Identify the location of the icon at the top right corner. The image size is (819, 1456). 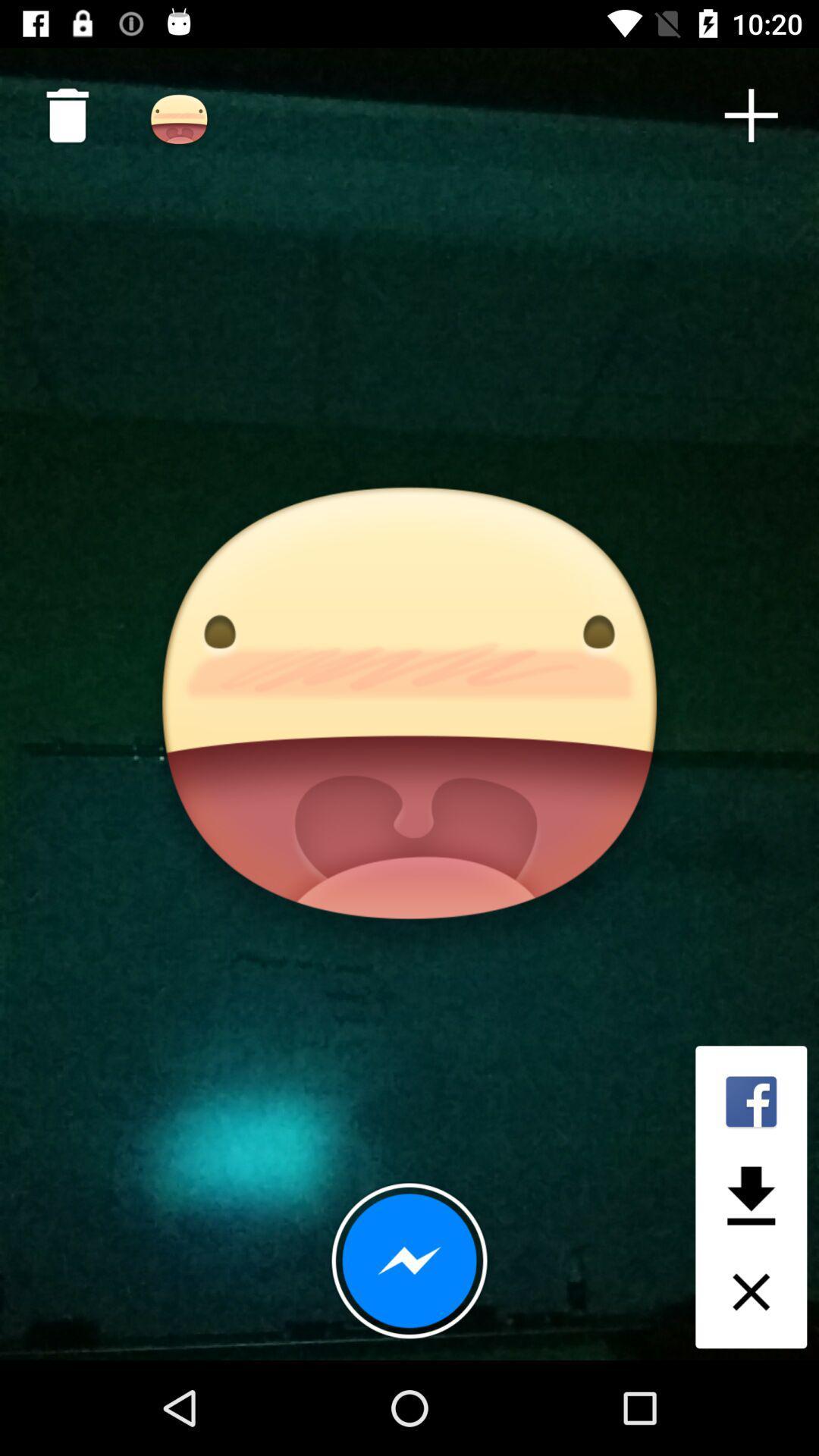
(751, 115).